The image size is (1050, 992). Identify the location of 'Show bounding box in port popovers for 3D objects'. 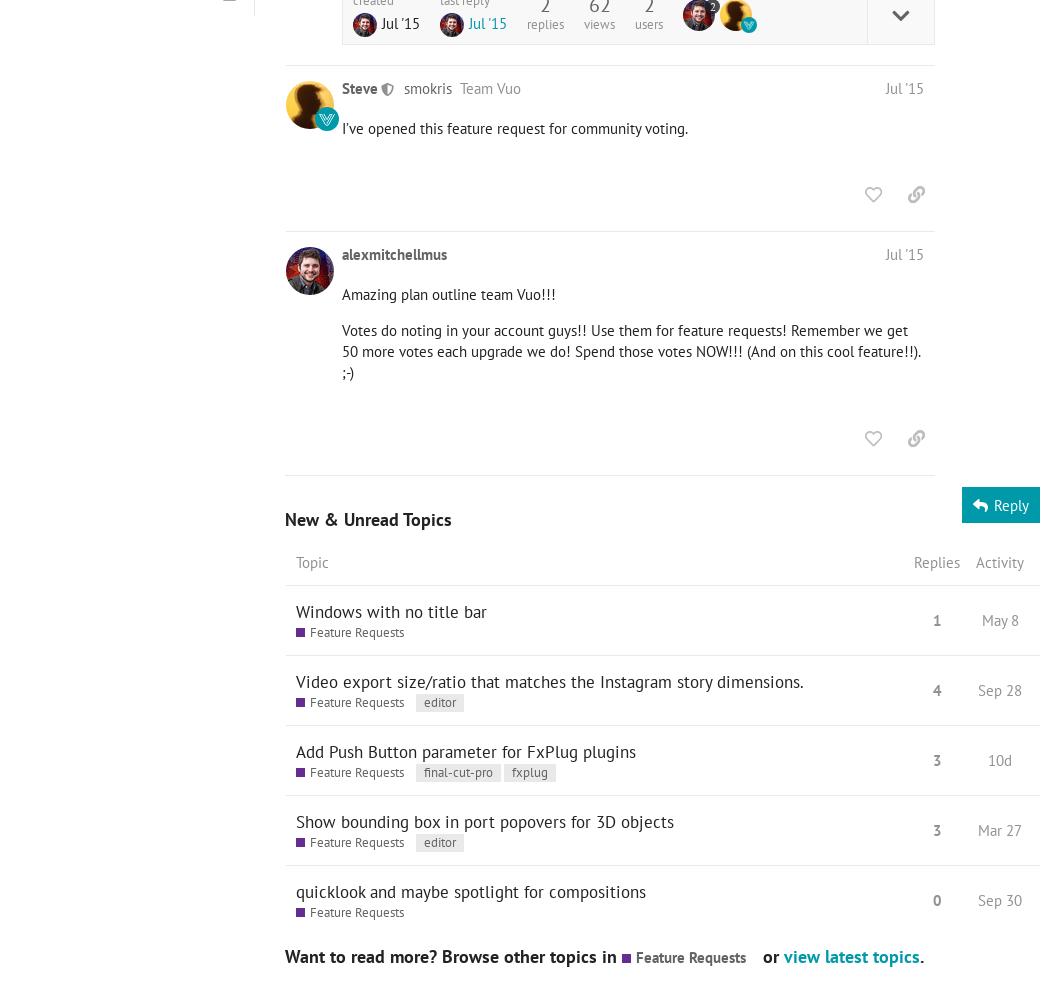
(484, 820).